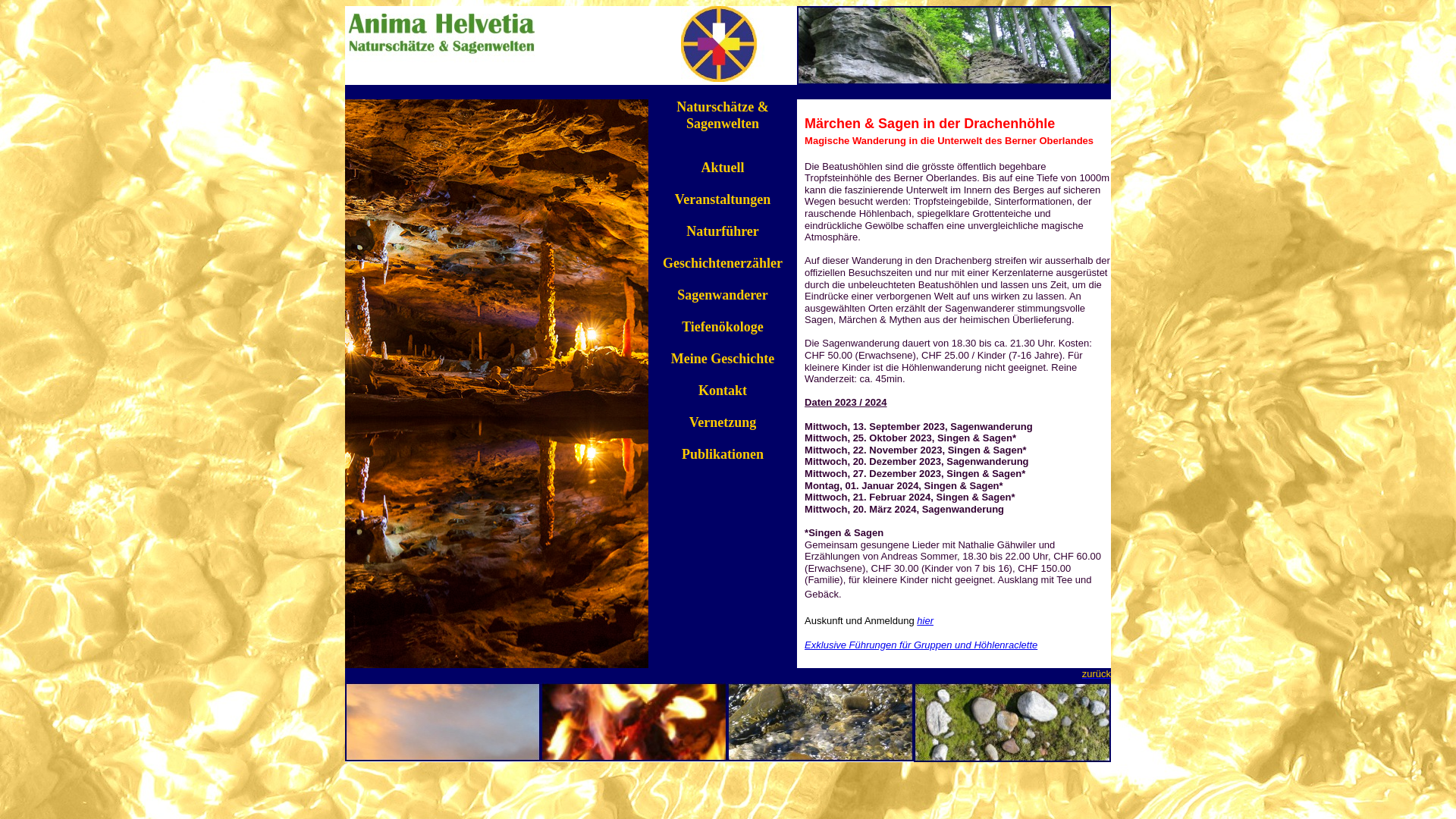  I want to click on 'Publikationen', so click(722, 453).